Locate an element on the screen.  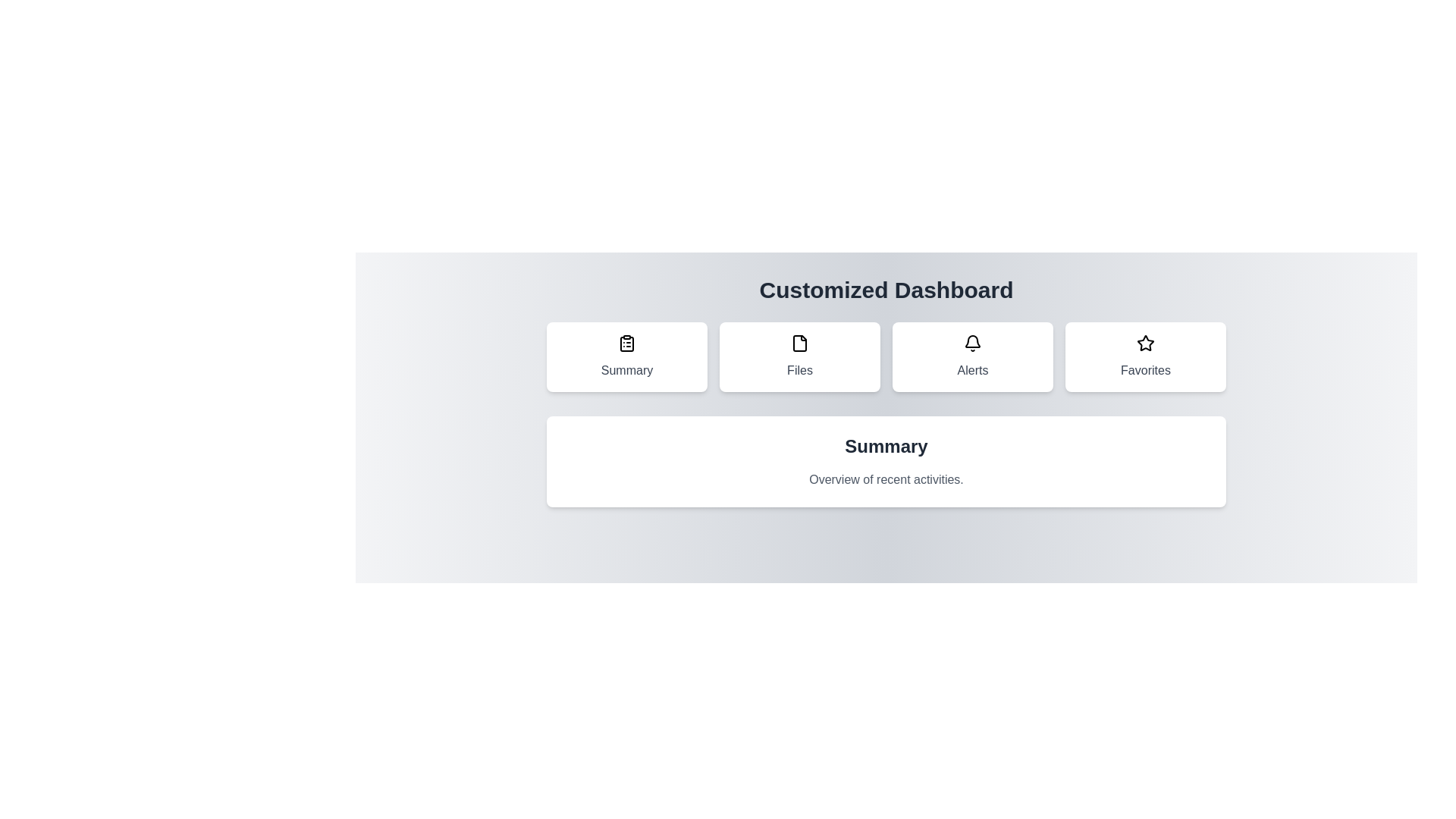
the Informational block located below the clickable tiles 'Summary,' 'Files,' 'Alerts,' and 'Favorites' on the Customized Dashboard is located at coordinates (886, 415).